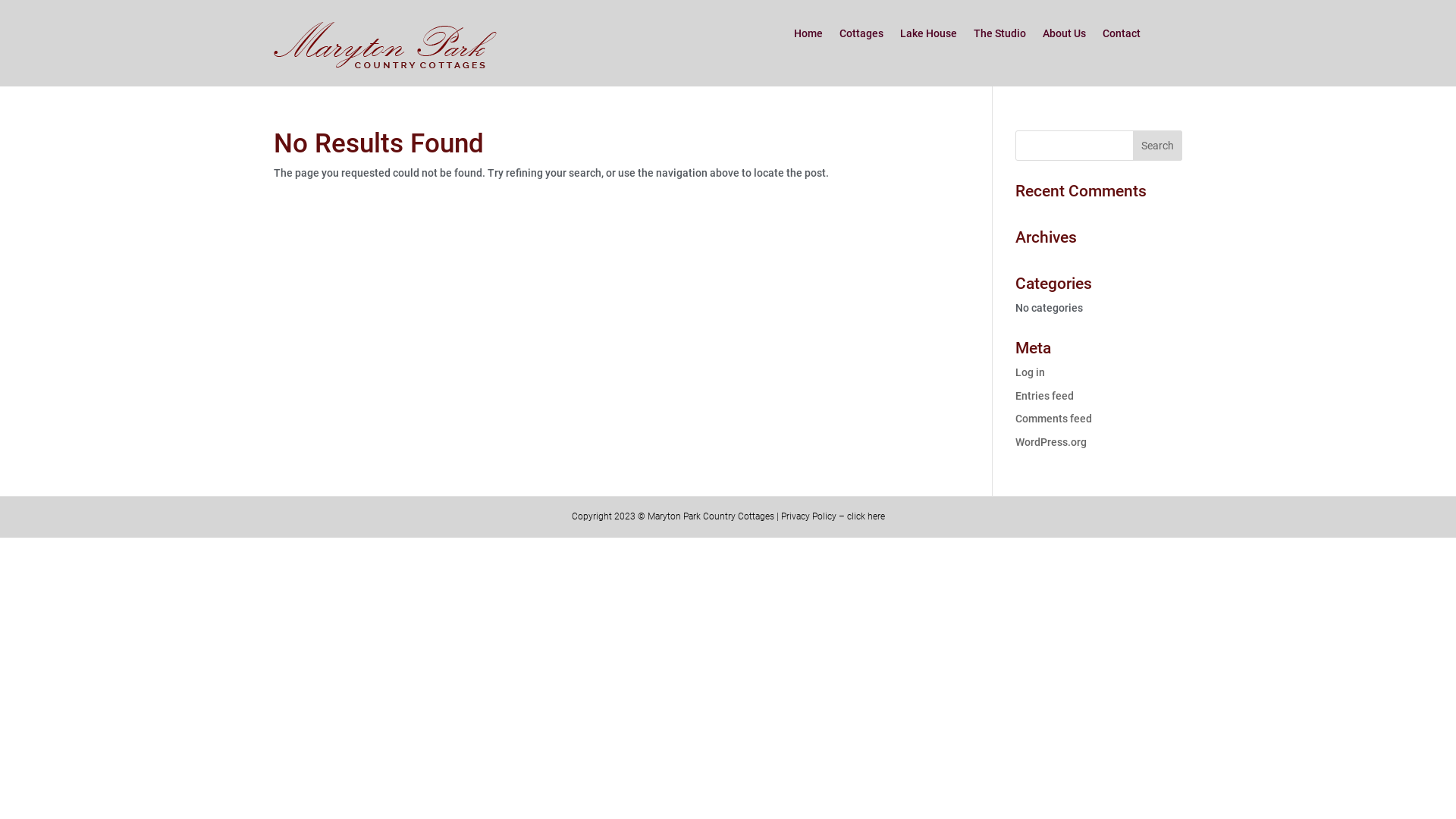 The image size is (1456, 819). I want to click on 'Log in', so click(1015, 372).